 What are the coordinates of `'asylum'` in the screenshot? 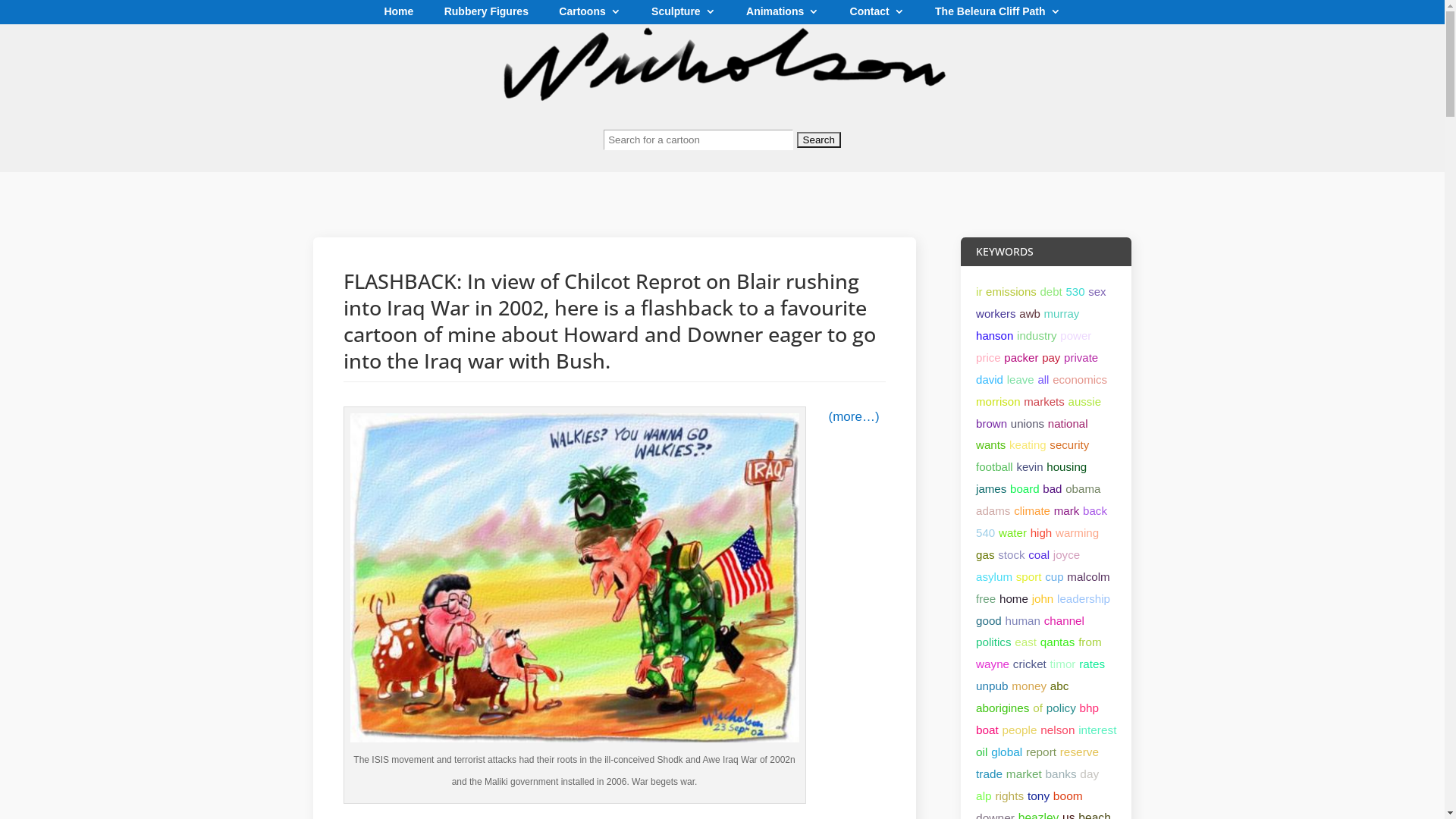 It's located at (993, 576).